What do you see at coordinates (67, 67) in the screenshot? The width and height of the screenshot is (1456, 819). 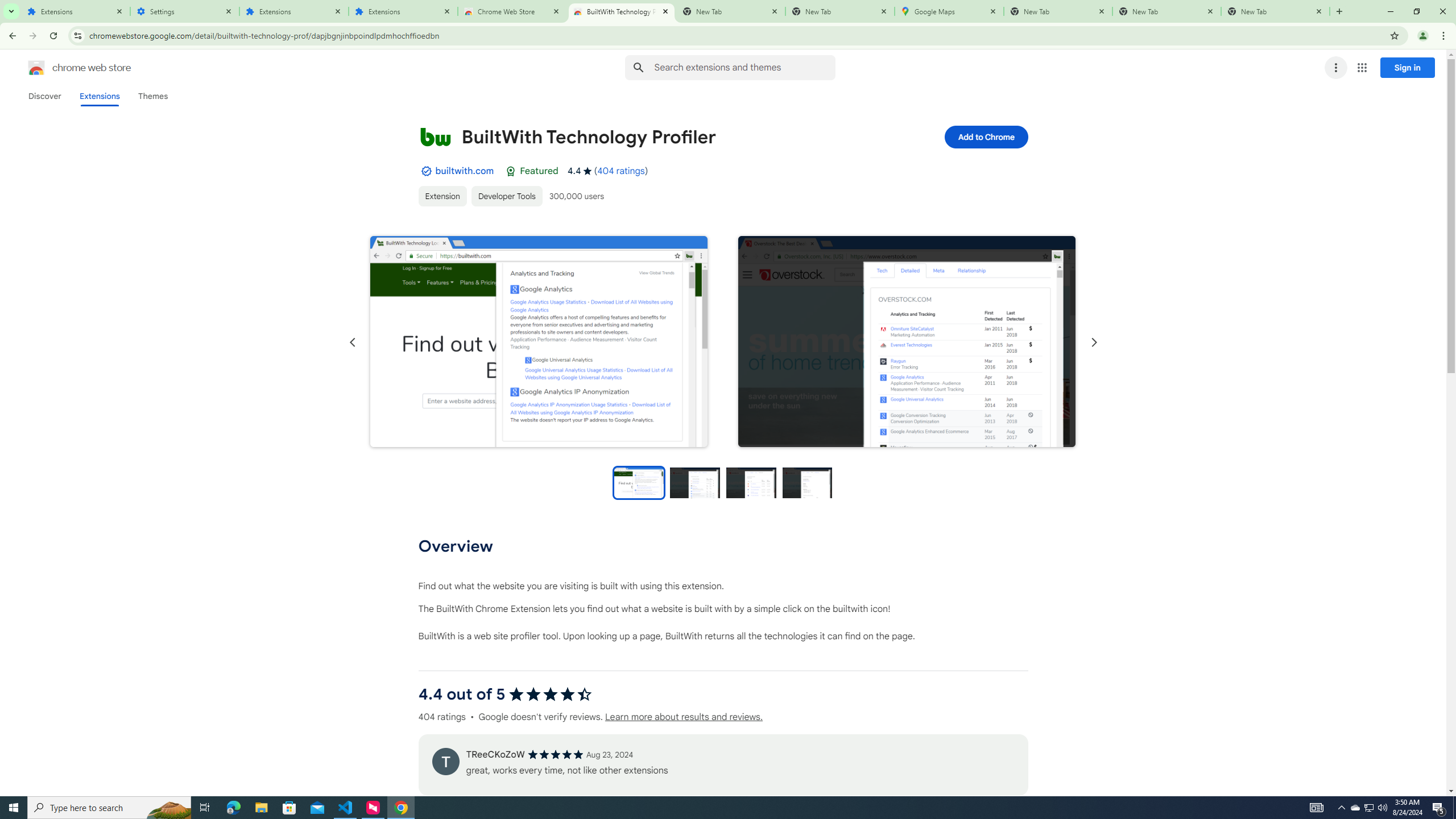 I see `'Chrome Web Store logo chrome web store'` at bounding box center [67, 67].